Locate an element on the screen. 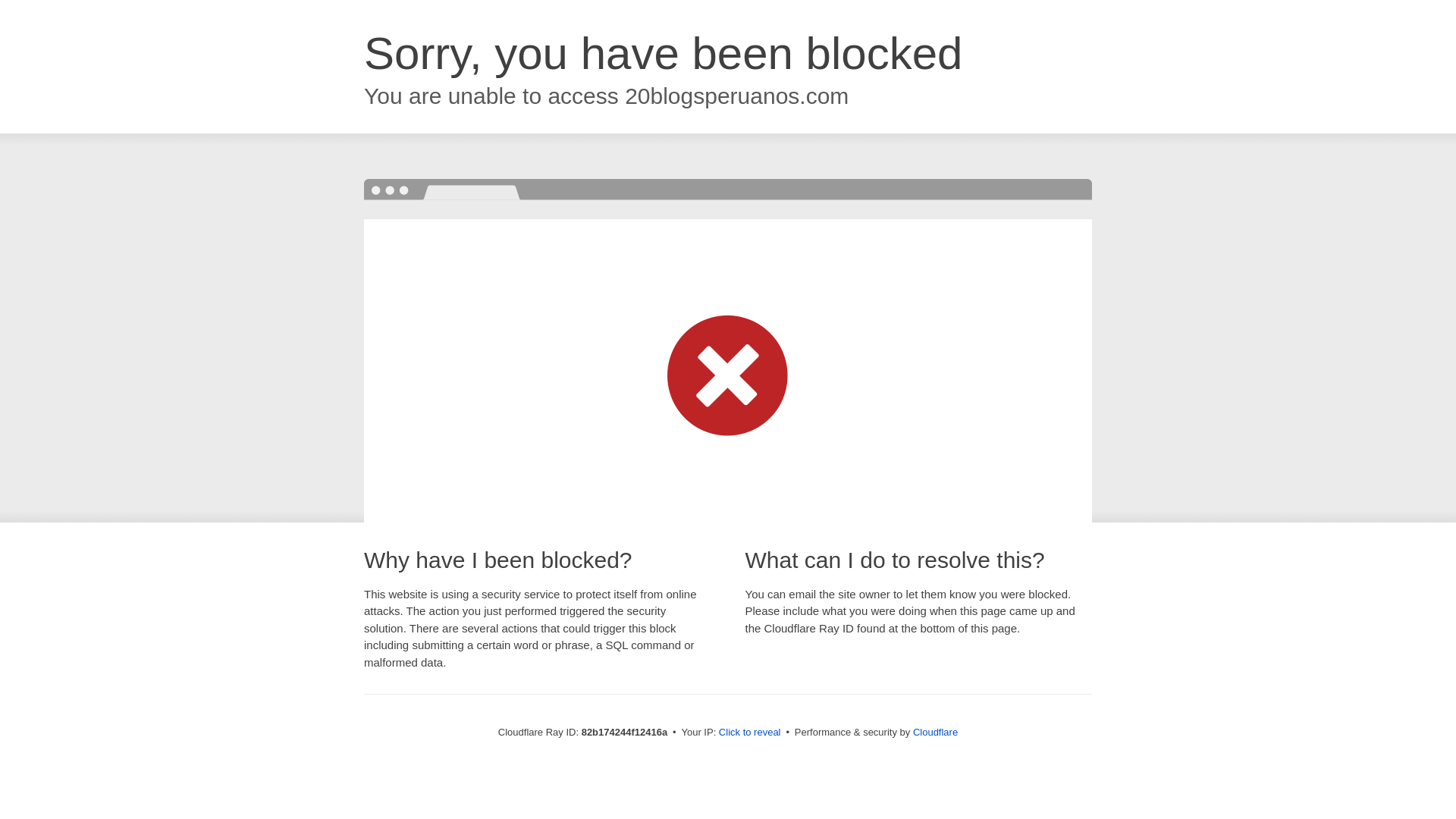 The height and width of the screenshot is (819, 1456). 'Click to reveal' is located at coordinates (749, 731).